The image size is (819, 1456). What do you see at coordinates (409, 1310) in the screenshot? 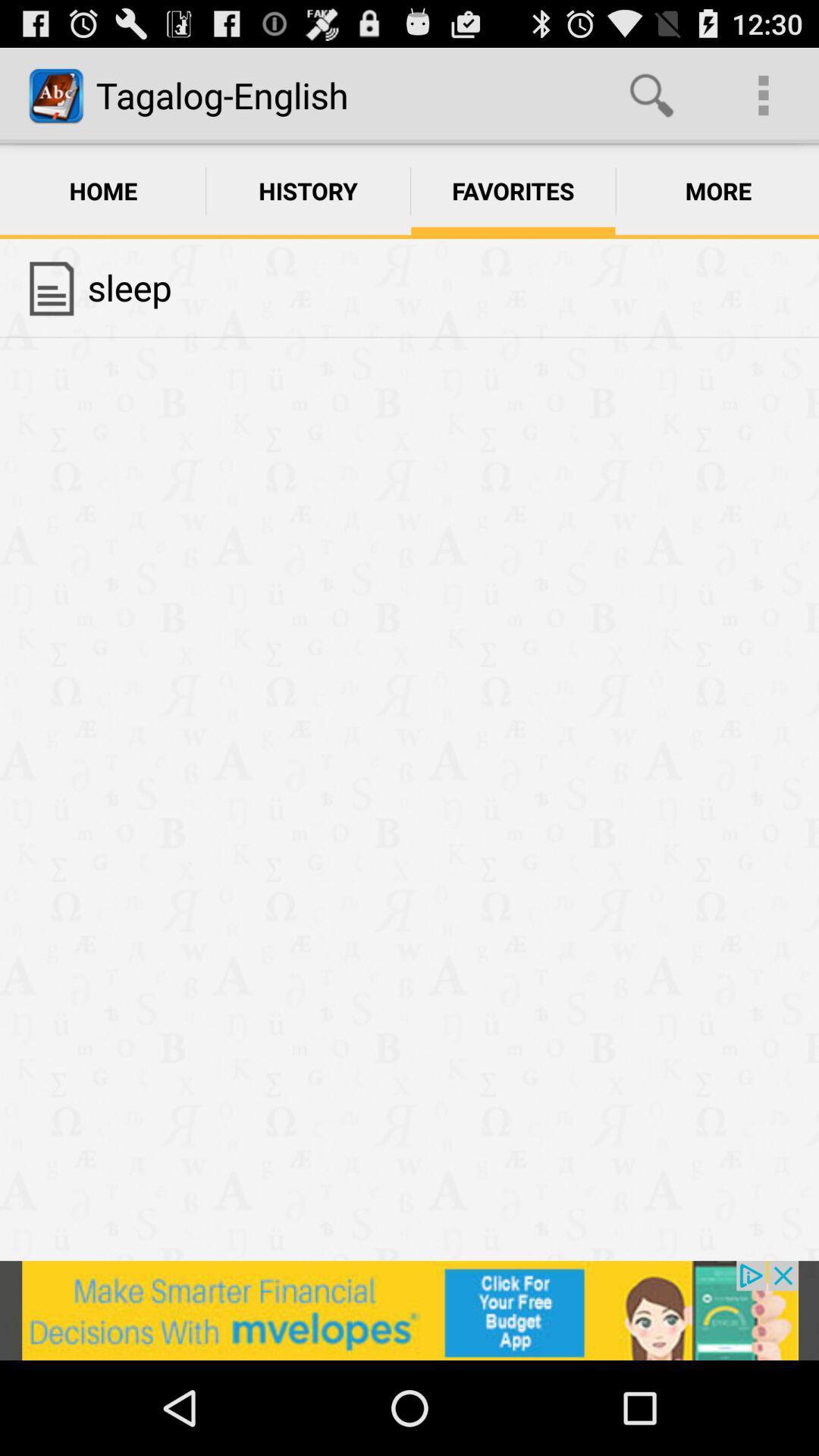
I see `advertisement` at bounding box center [409, 1310].